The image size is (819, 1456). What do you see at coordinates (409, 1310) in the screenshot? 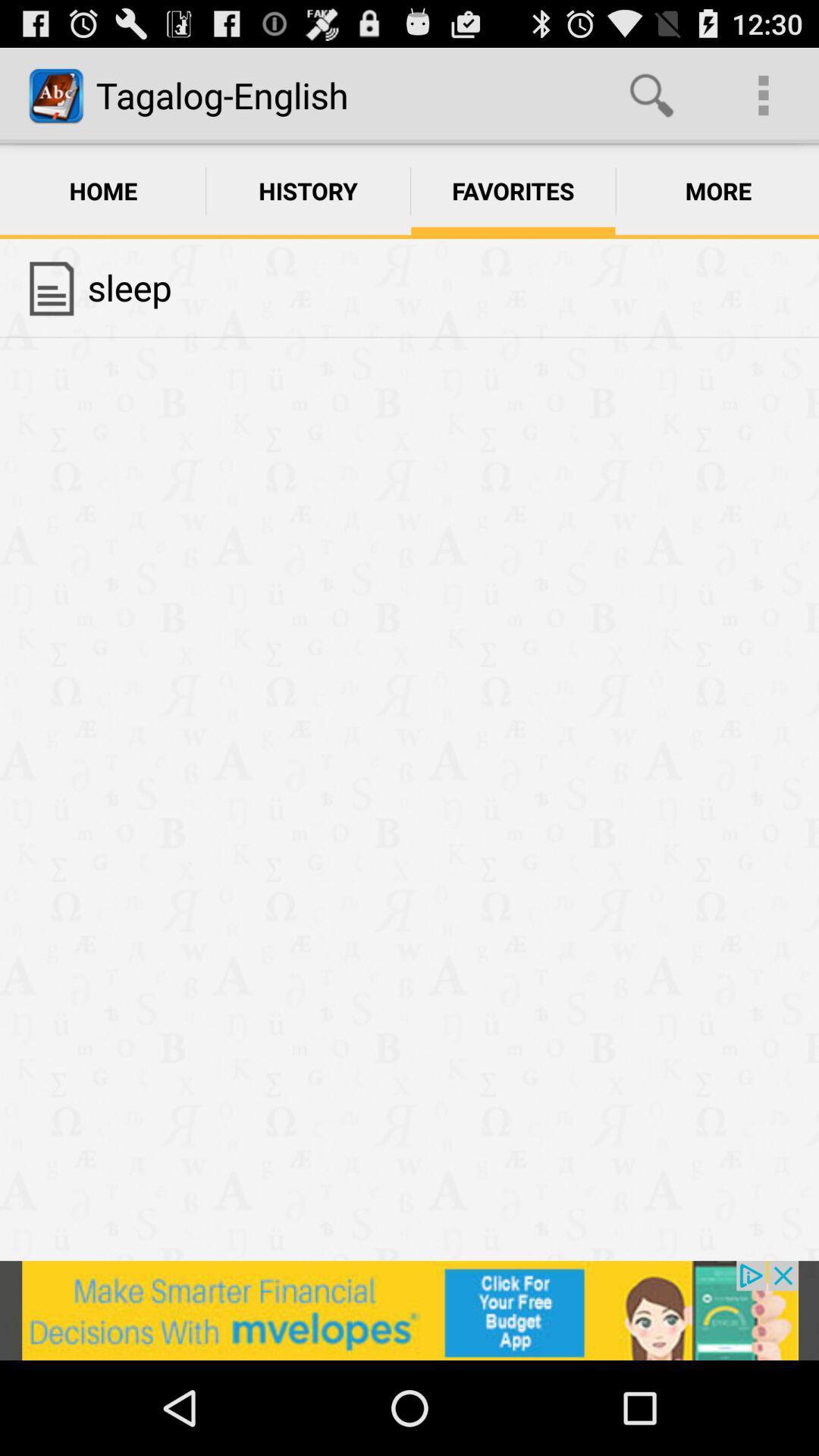
I see `advertisement` at bounding box center [409, 1310].